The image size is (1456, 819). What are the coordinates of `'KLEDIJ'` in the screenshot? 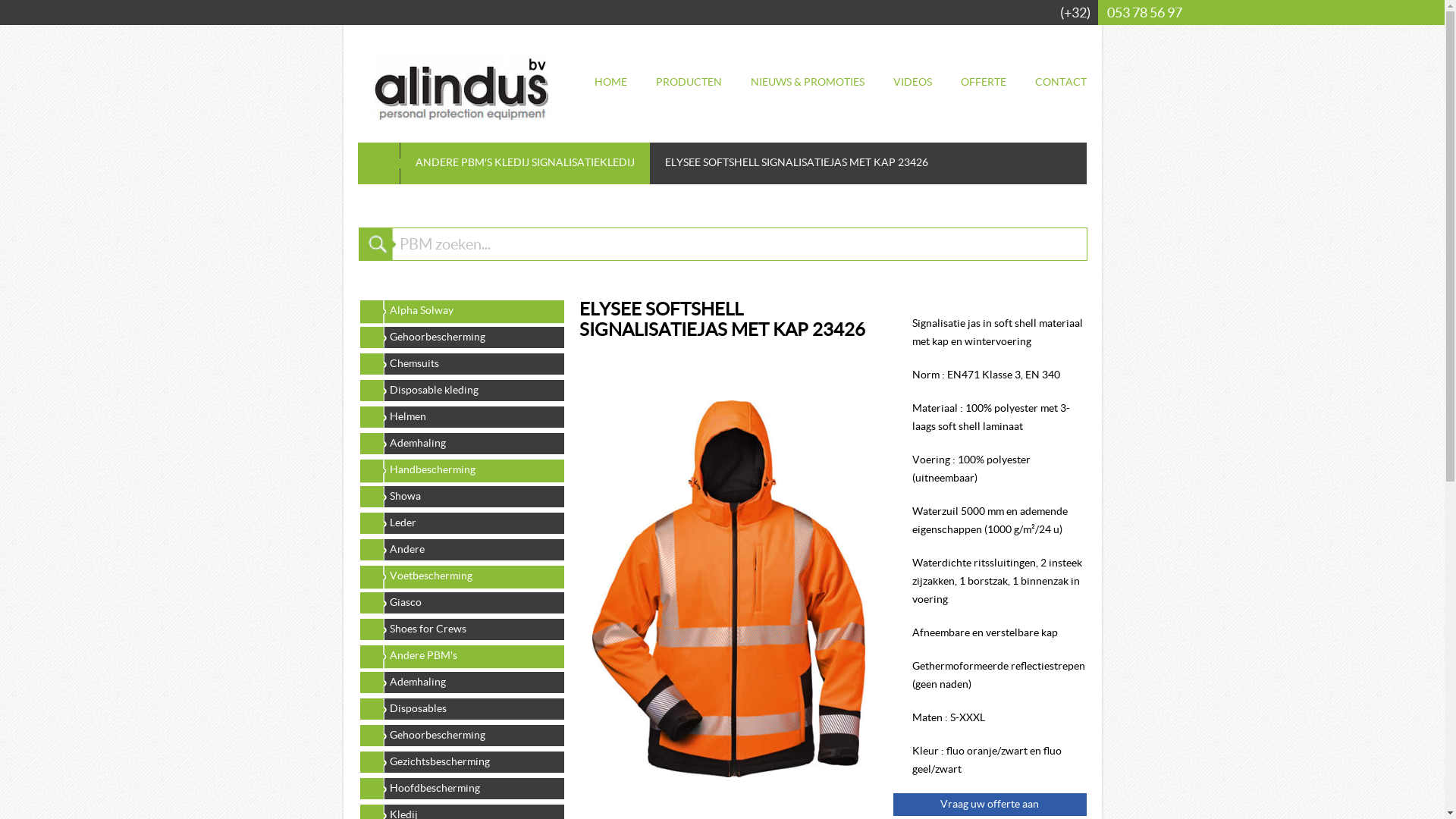 It's located at (512, 162).